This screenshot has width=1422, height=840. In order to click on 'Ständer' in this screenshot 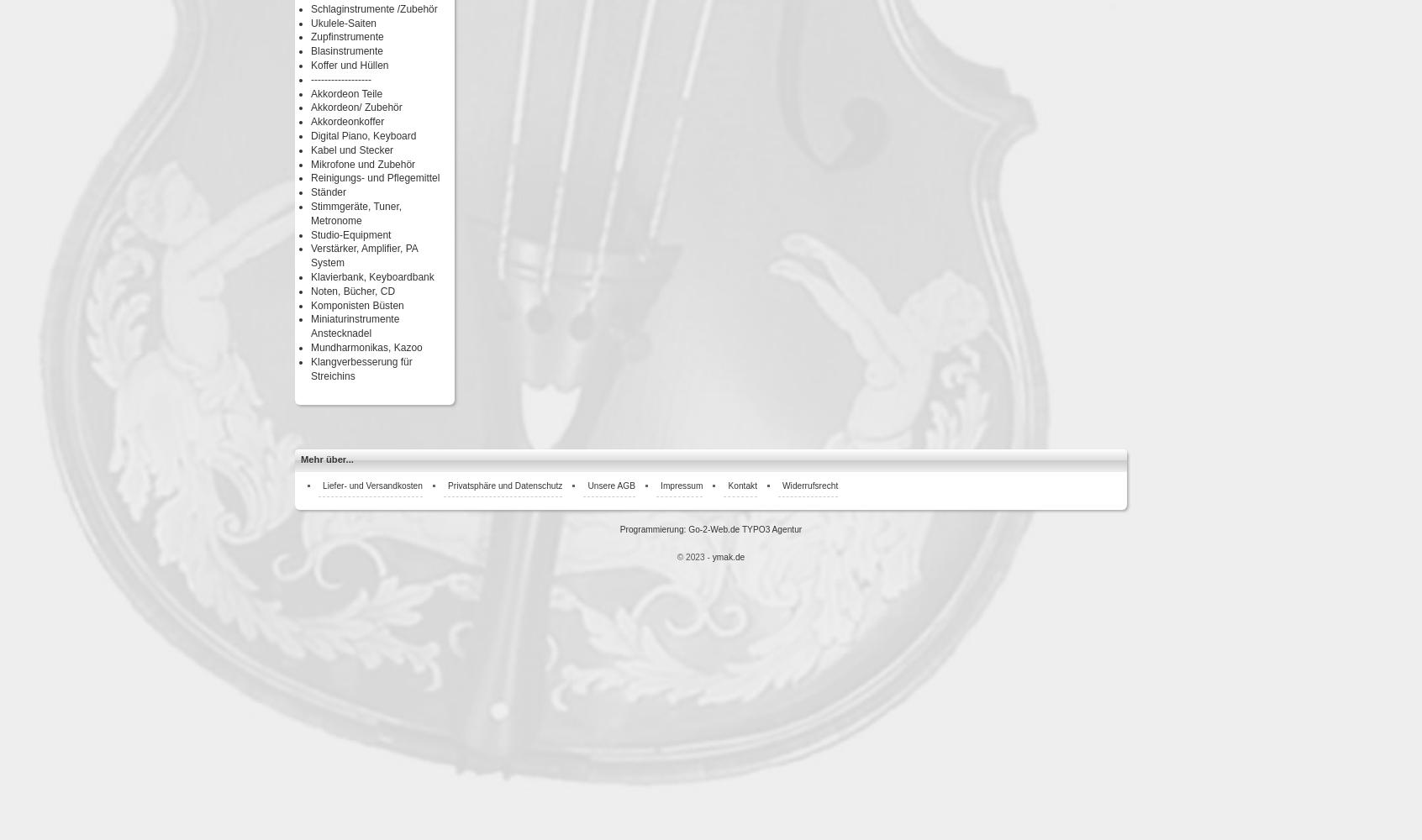, I will do `click(329, 192)`.